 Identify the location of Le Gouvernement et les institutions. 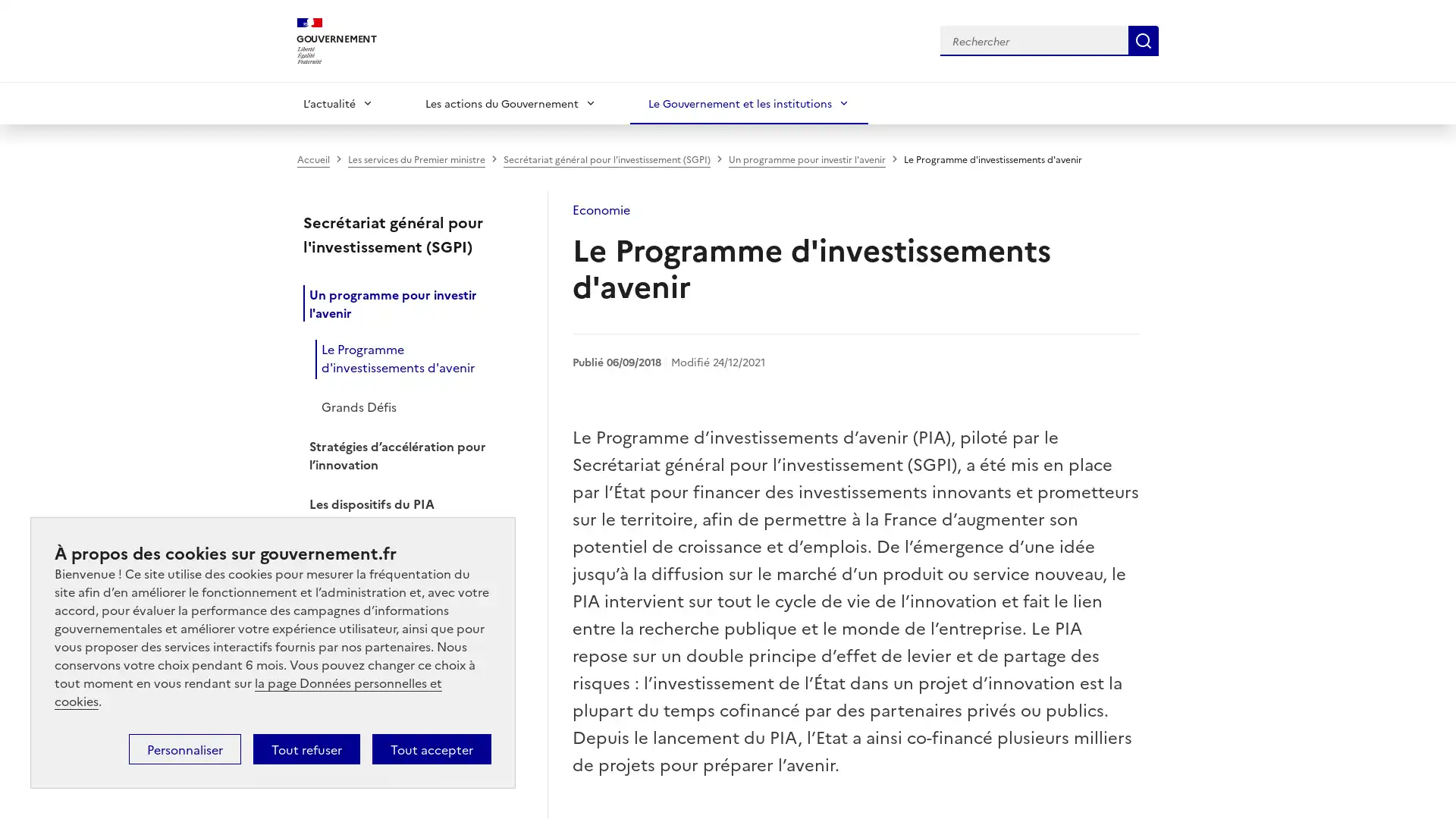
(749, 102).